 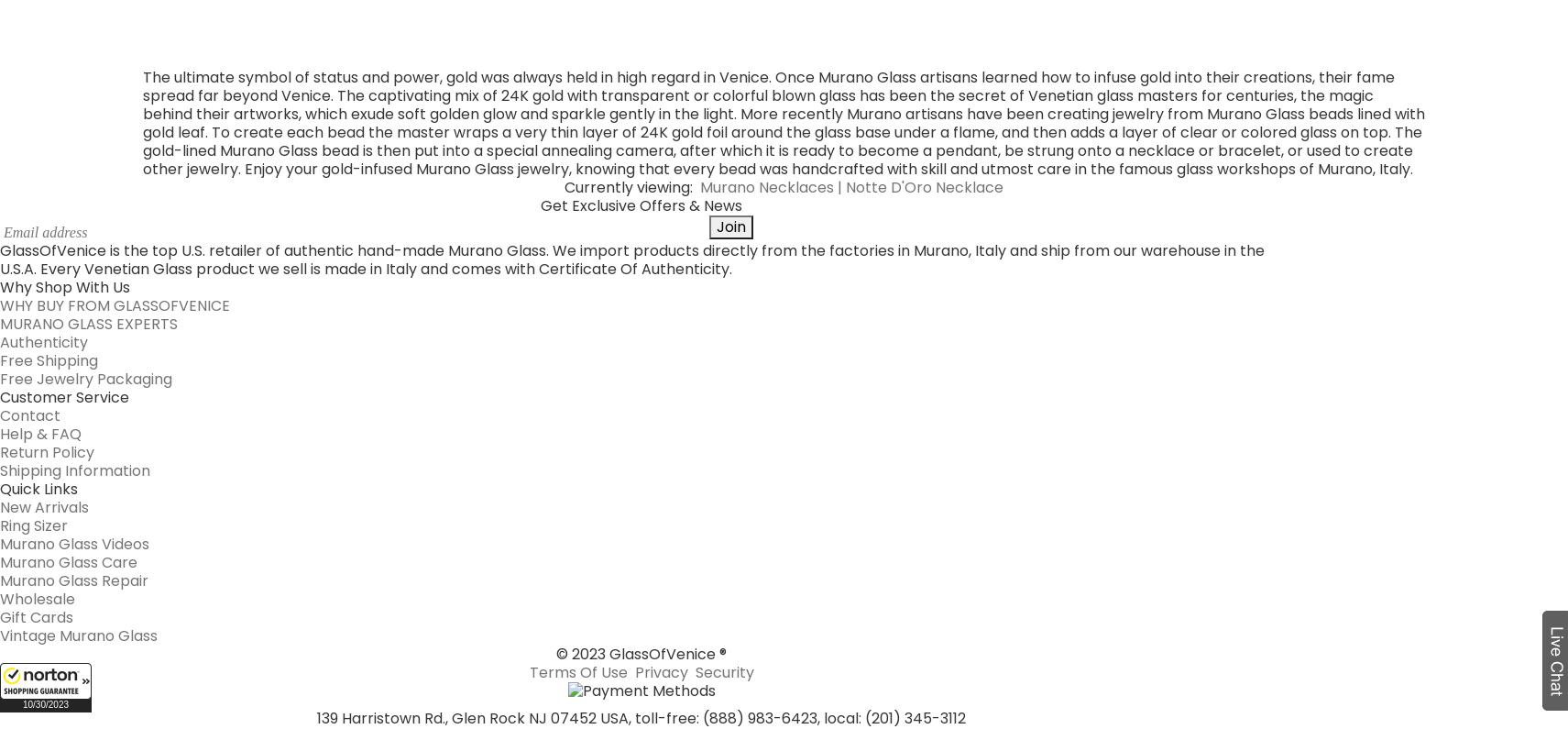 What do you see at coordinates (84, 41) in the screenshot?
I see `'Free Jewelry Packaging'` at bounding box center [84, 41].